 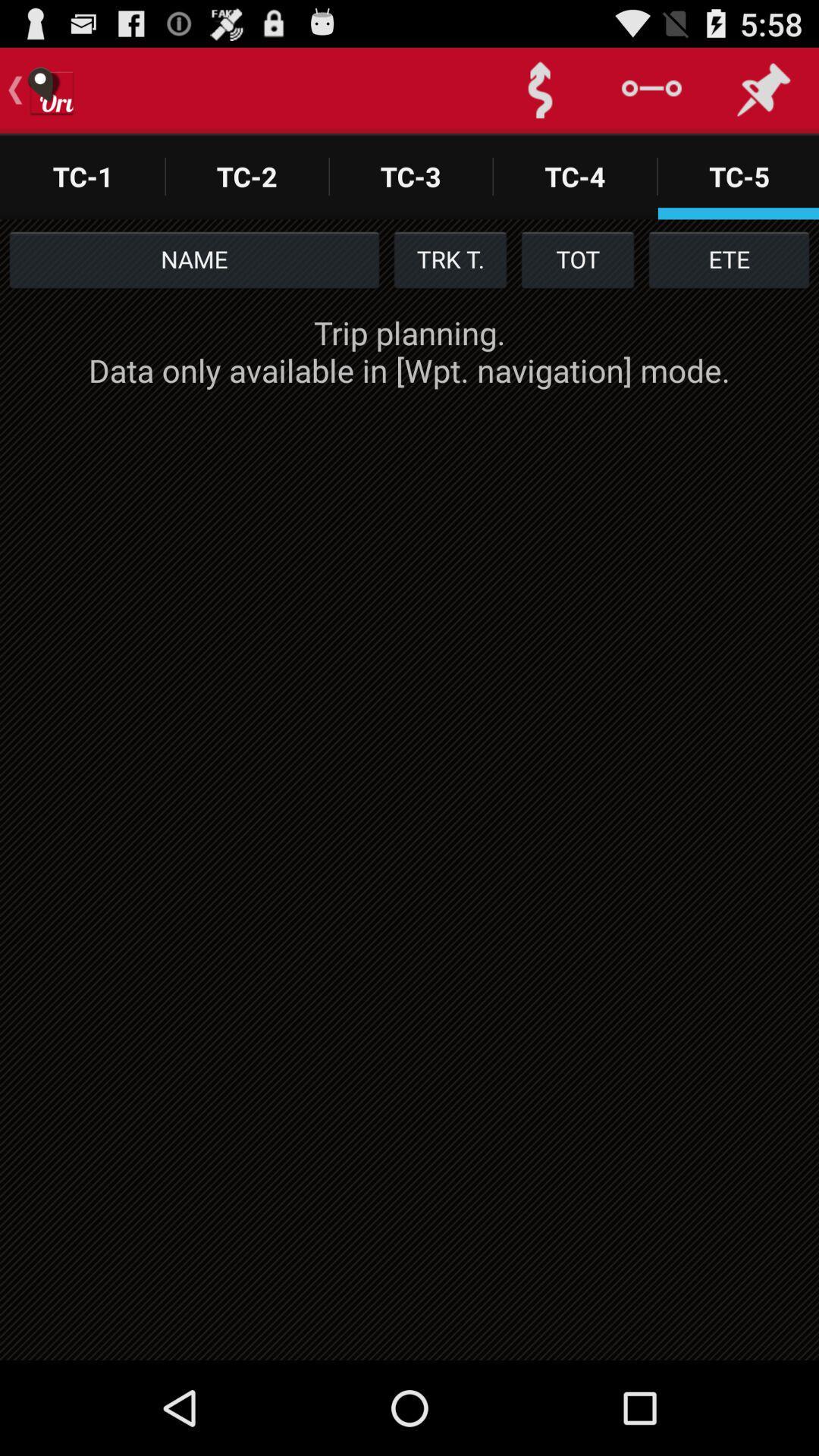 I want to click on item above tc-4, so click(x=539, y=89).